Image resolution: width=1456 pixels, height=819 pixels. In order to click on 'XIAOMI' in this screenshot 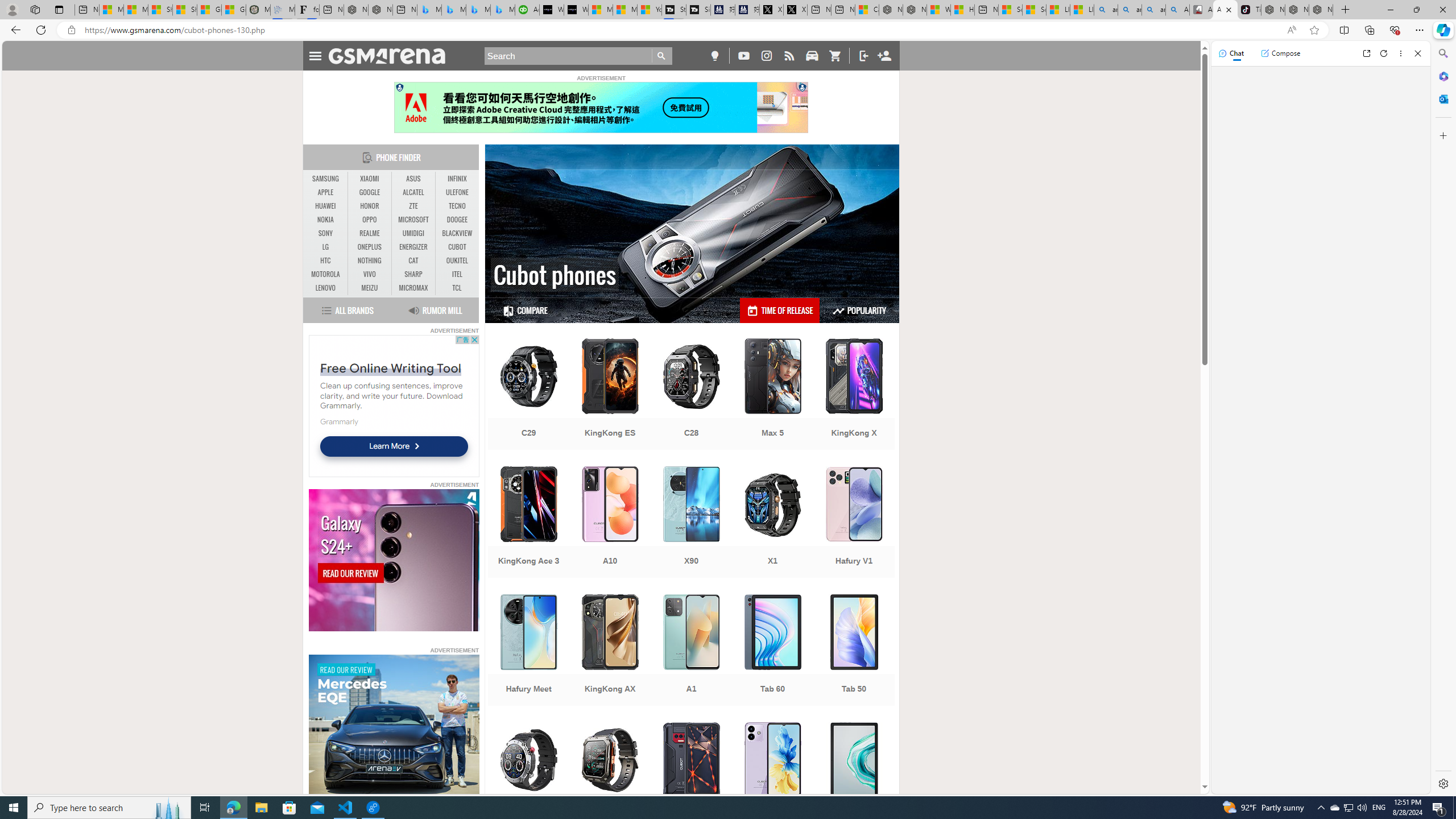, I will do `click(369, 179)`.